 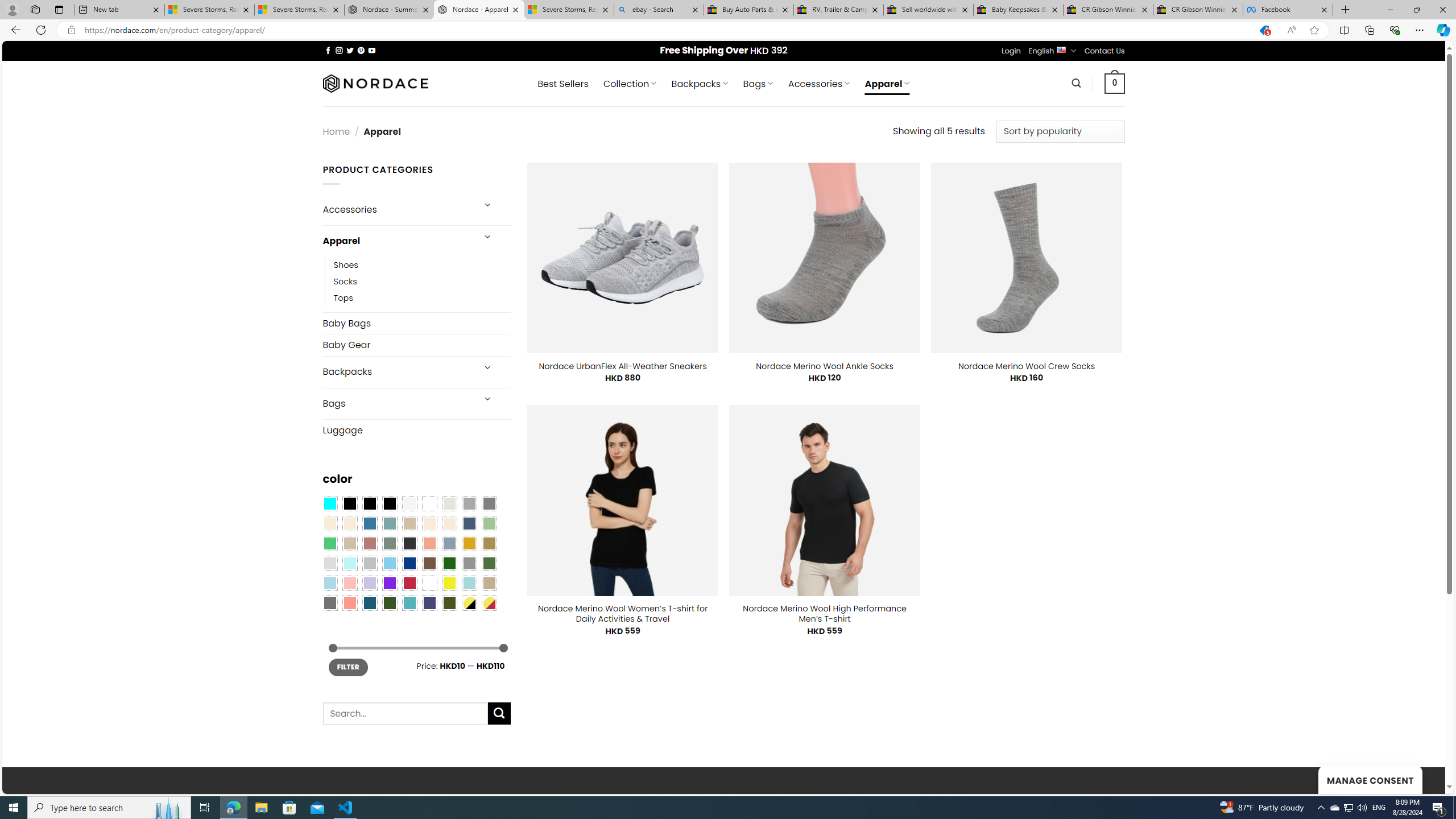 I want to click on 'Backpacks', so click(x=396, y=372).